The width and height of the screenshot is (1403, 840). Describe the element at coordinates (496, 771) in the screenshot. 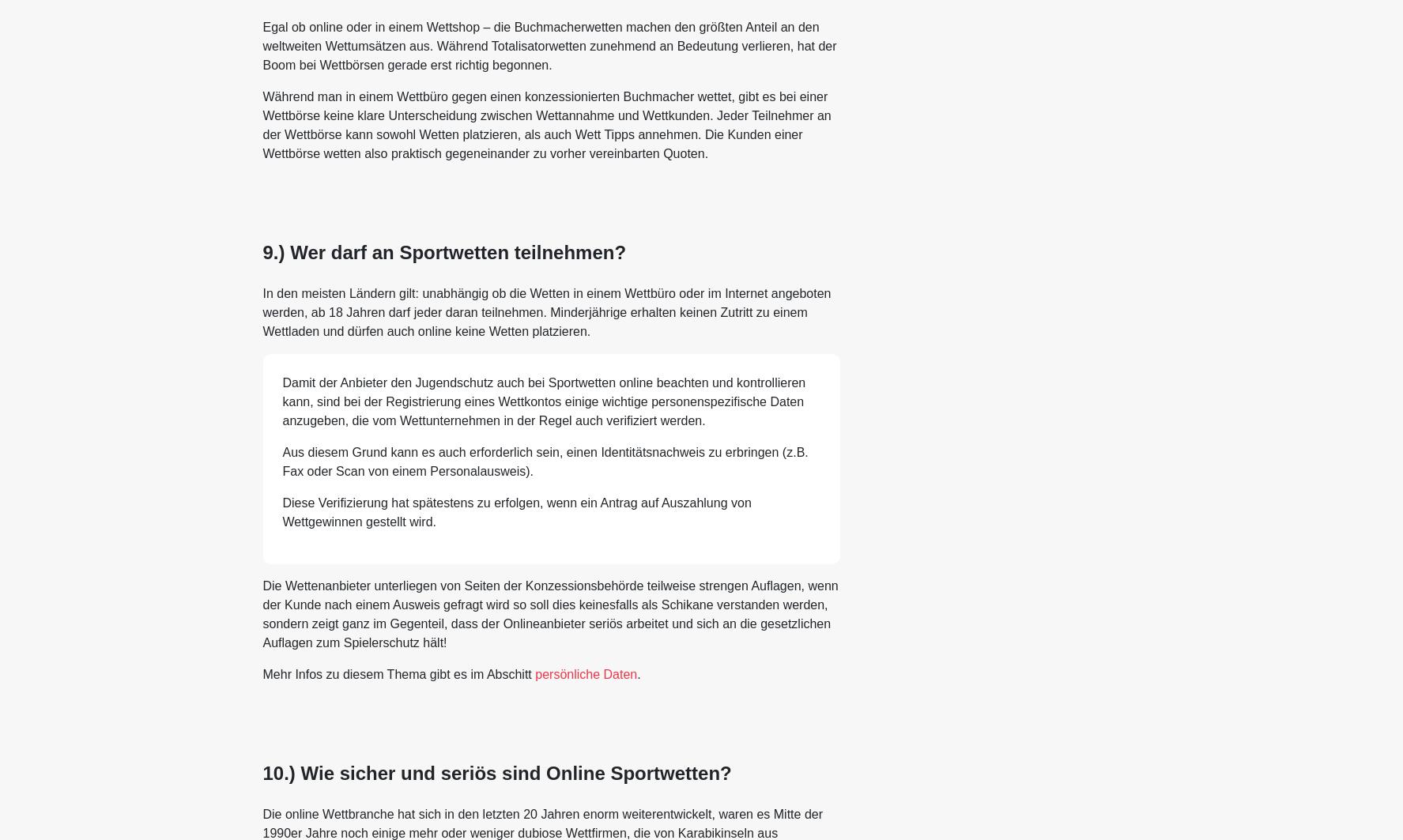

I see `'10.) Wie sicher und seriös sind Online Sportwetten?'` at that location.